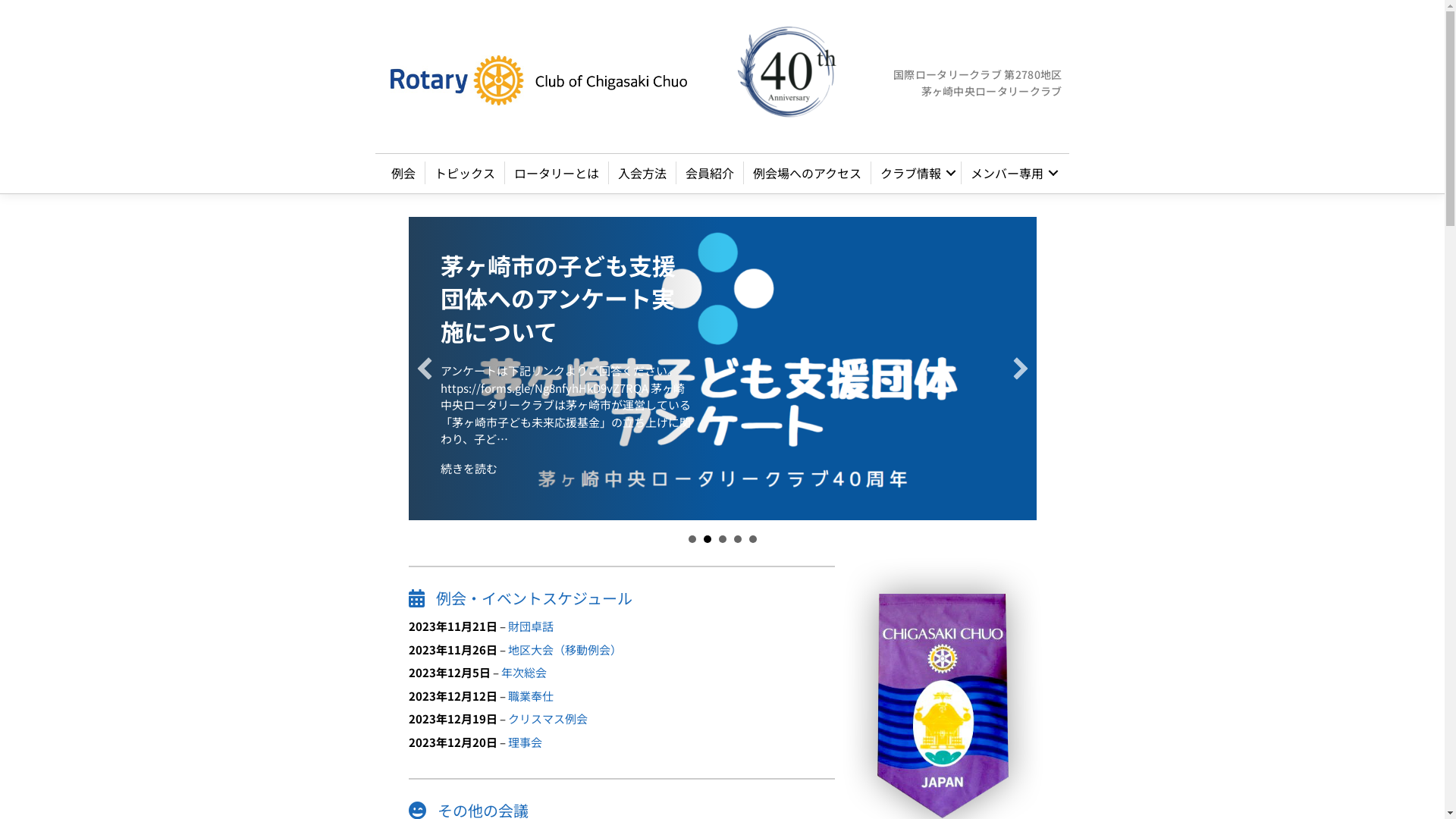 The height and width of the screenshot is (819, 1456). Describe the element at coordinates (722, 538) in the screenshot. I see `'3'` at that location.